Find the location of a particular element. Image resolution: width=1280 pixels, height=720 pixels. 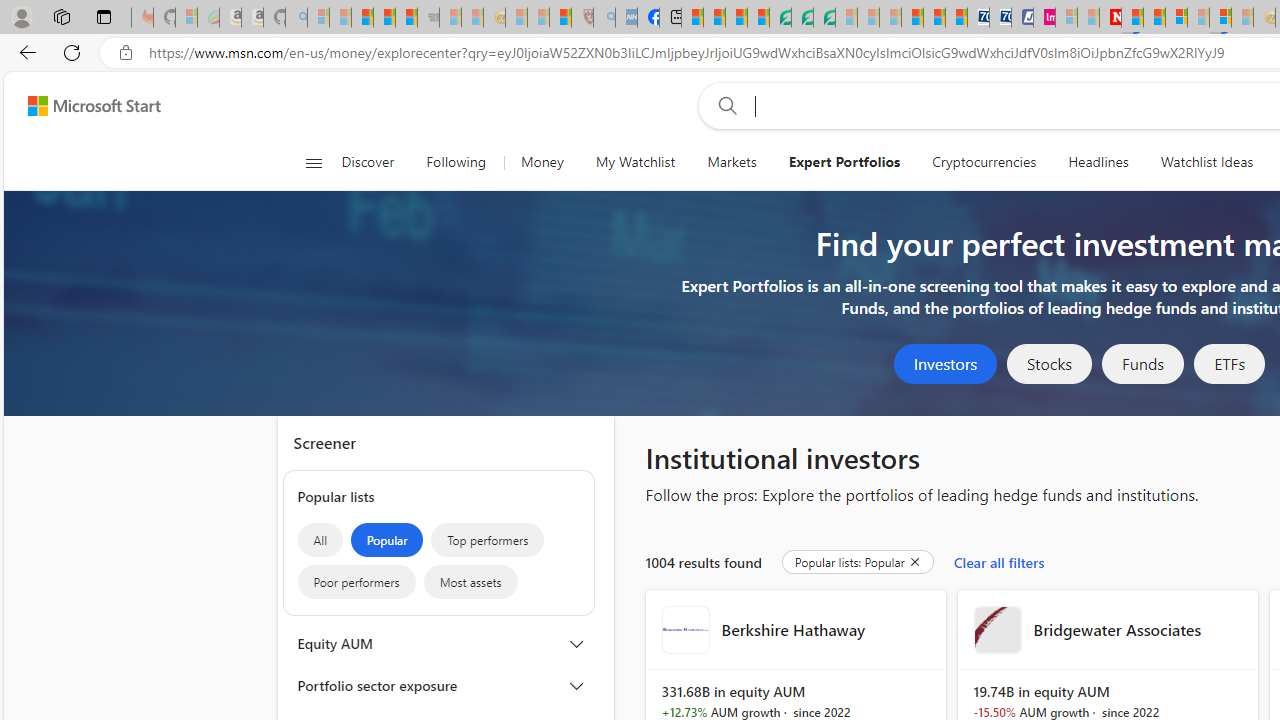

'All' is located at coordinates (320, 540).